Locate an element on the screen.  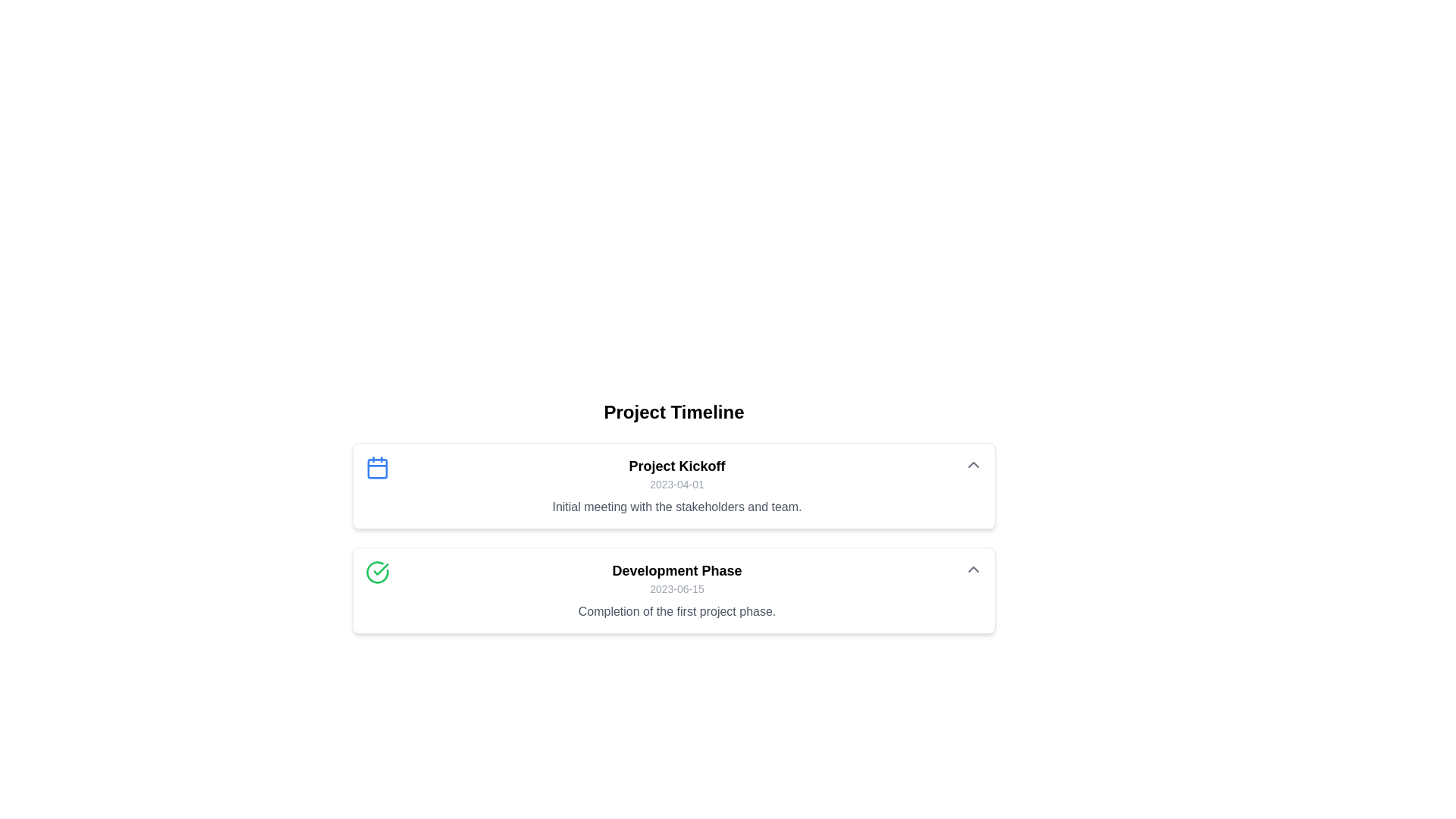
the blue calendar icon located at the top-left corner of the project milestone card, which is visually distinct with its blue outline and simplistic design, preceding the text 'Project Kickoff' is located at coordinates (378, 467).